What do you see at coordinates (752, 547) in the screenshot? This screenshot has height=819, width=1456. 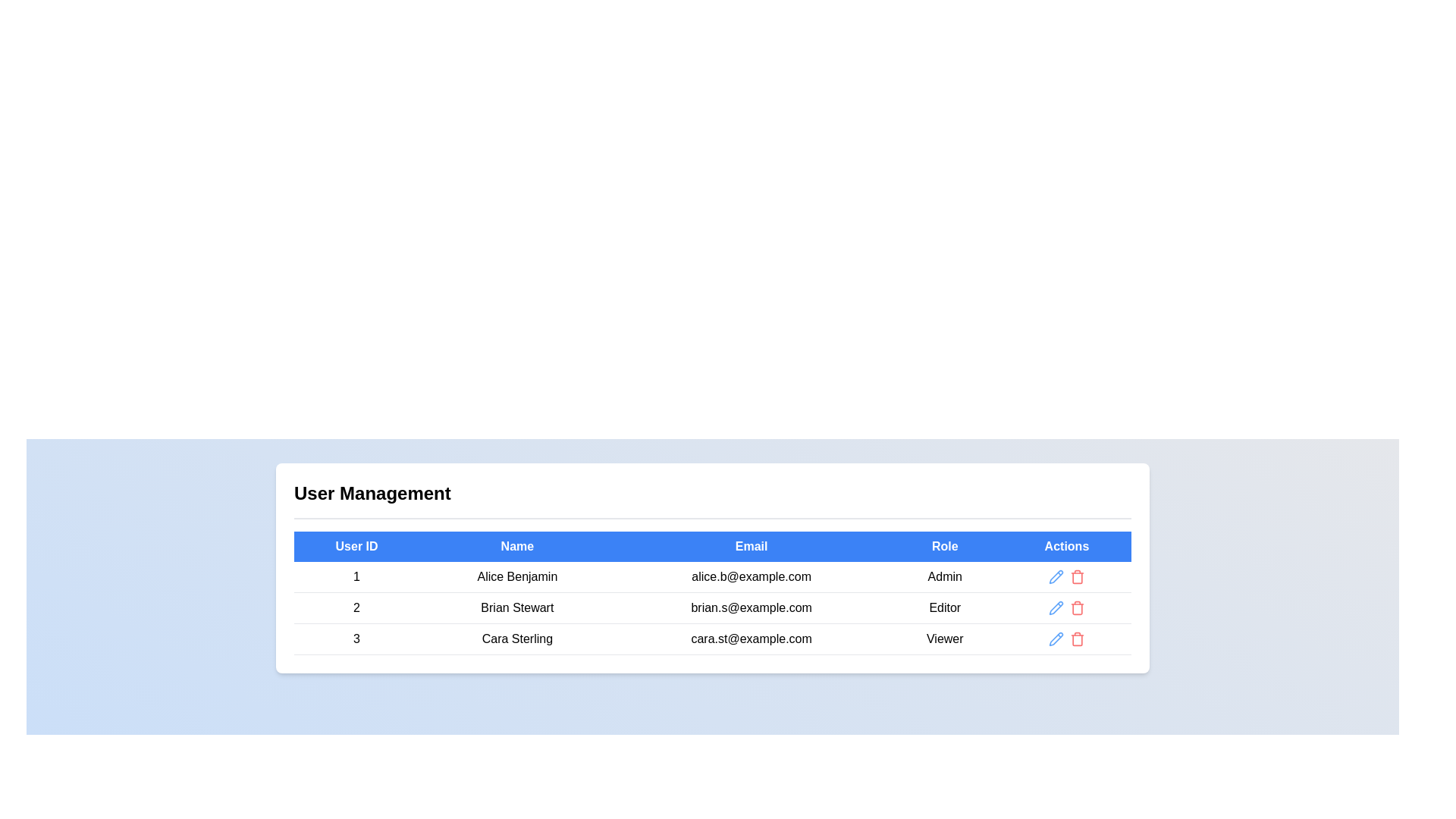 I see `the blue header button labeled 'Email' in the table interface, which is positioned between 'Name' and 'Role'` at bounding box center [752, 547].